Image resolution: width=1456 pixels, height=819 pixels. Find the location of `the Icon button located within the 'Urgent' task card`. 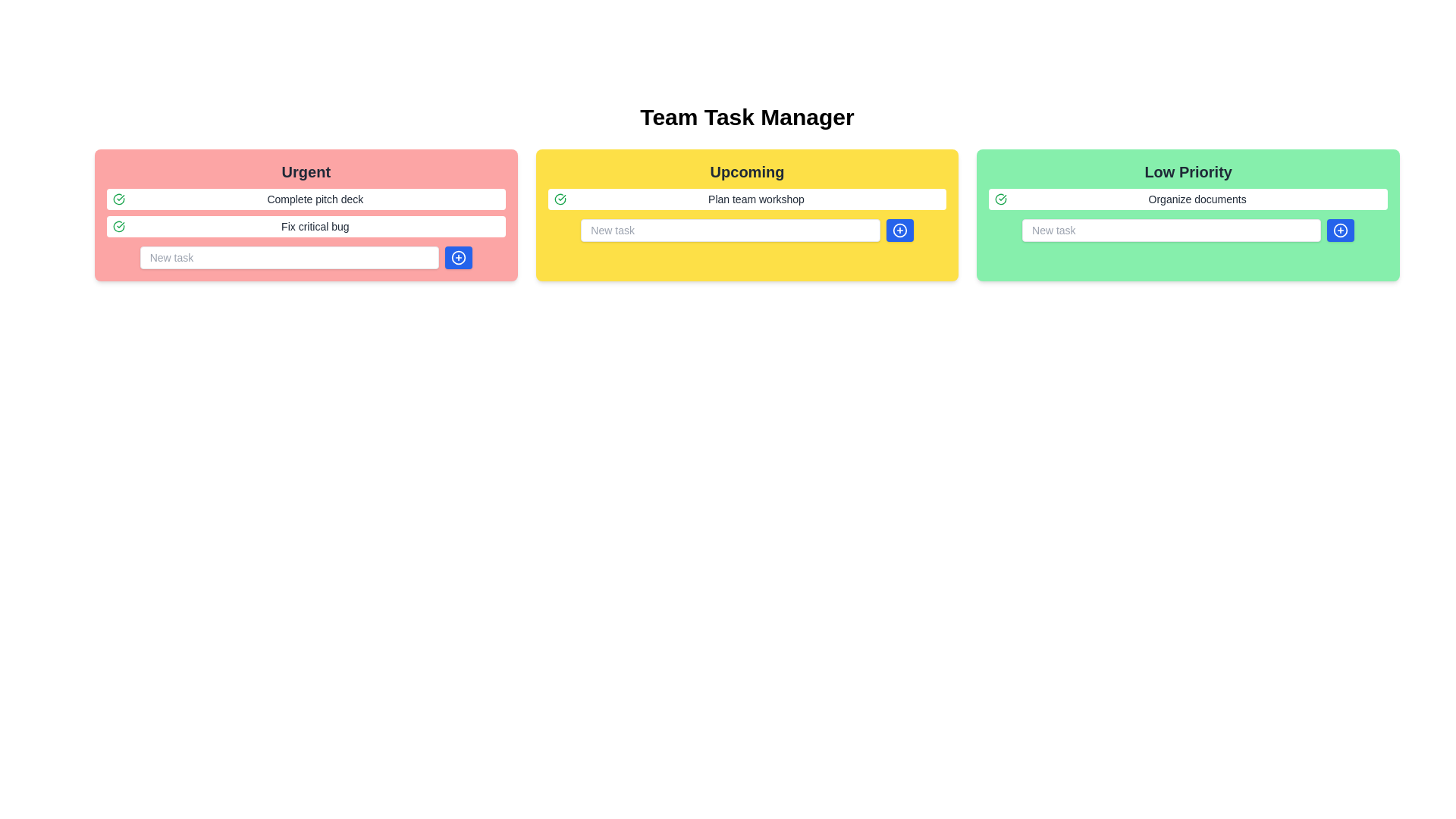

the Icon button located within the 'Urgent' task card is located at coordinates (457, 256).